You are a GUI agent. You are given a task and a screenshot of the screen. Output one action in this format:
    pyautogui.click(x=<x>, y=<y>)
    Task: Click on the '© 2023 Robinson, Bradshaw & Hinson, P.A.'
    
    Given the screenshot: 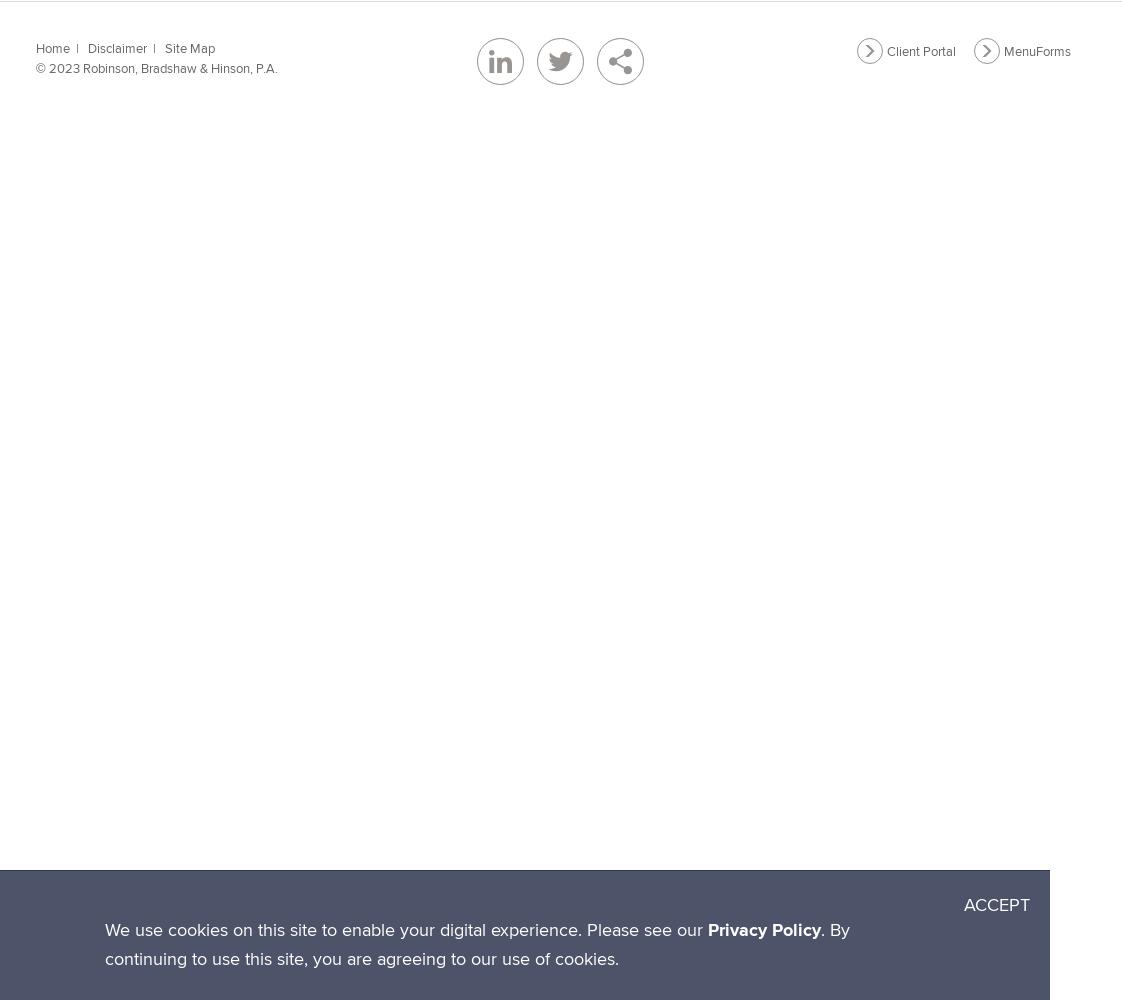 What is the action you would take?
    pyautogui.click(x=35, y=67)
    